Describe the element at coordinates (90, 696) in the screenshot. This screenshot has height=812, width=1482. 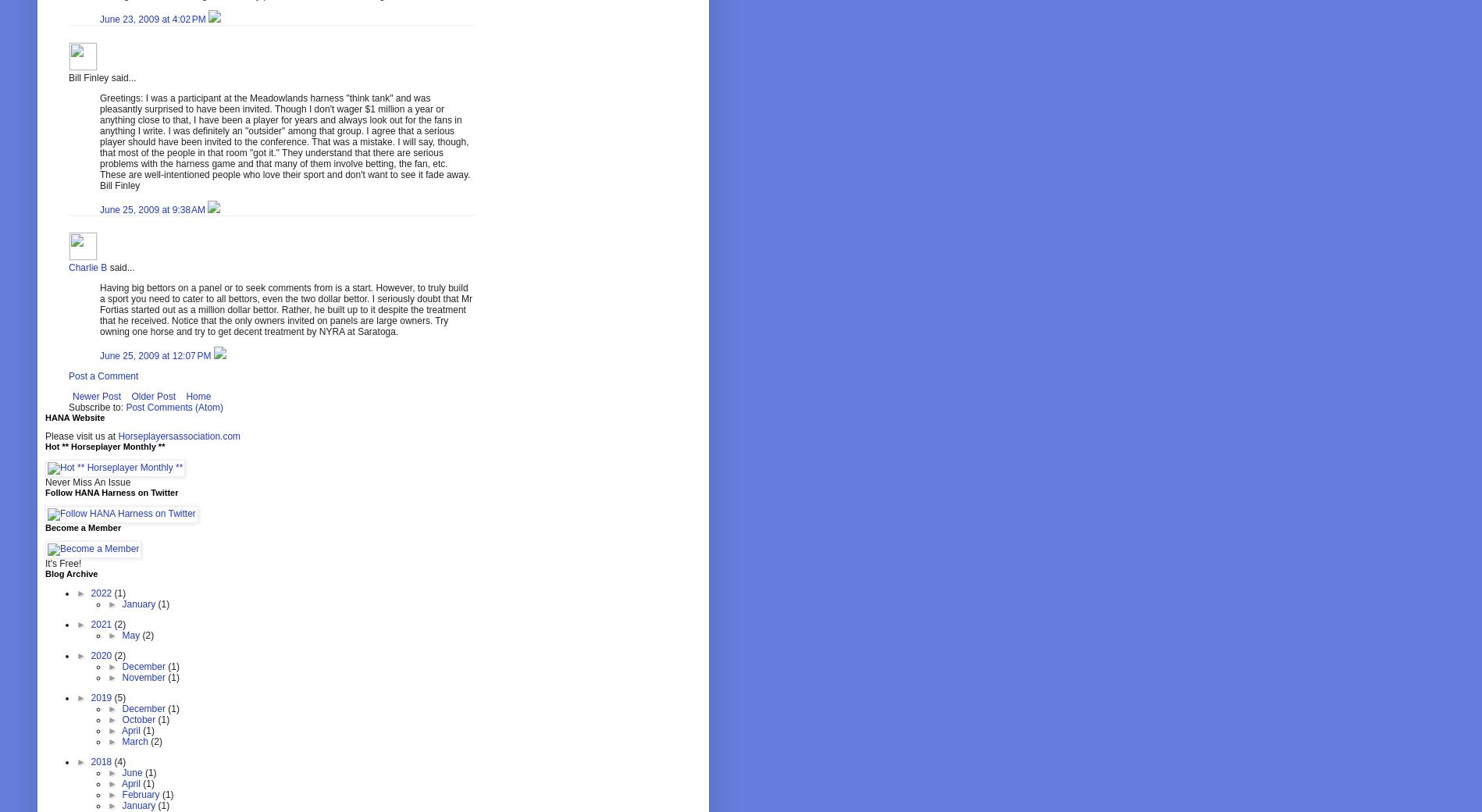
I see `'2019'` at that location.